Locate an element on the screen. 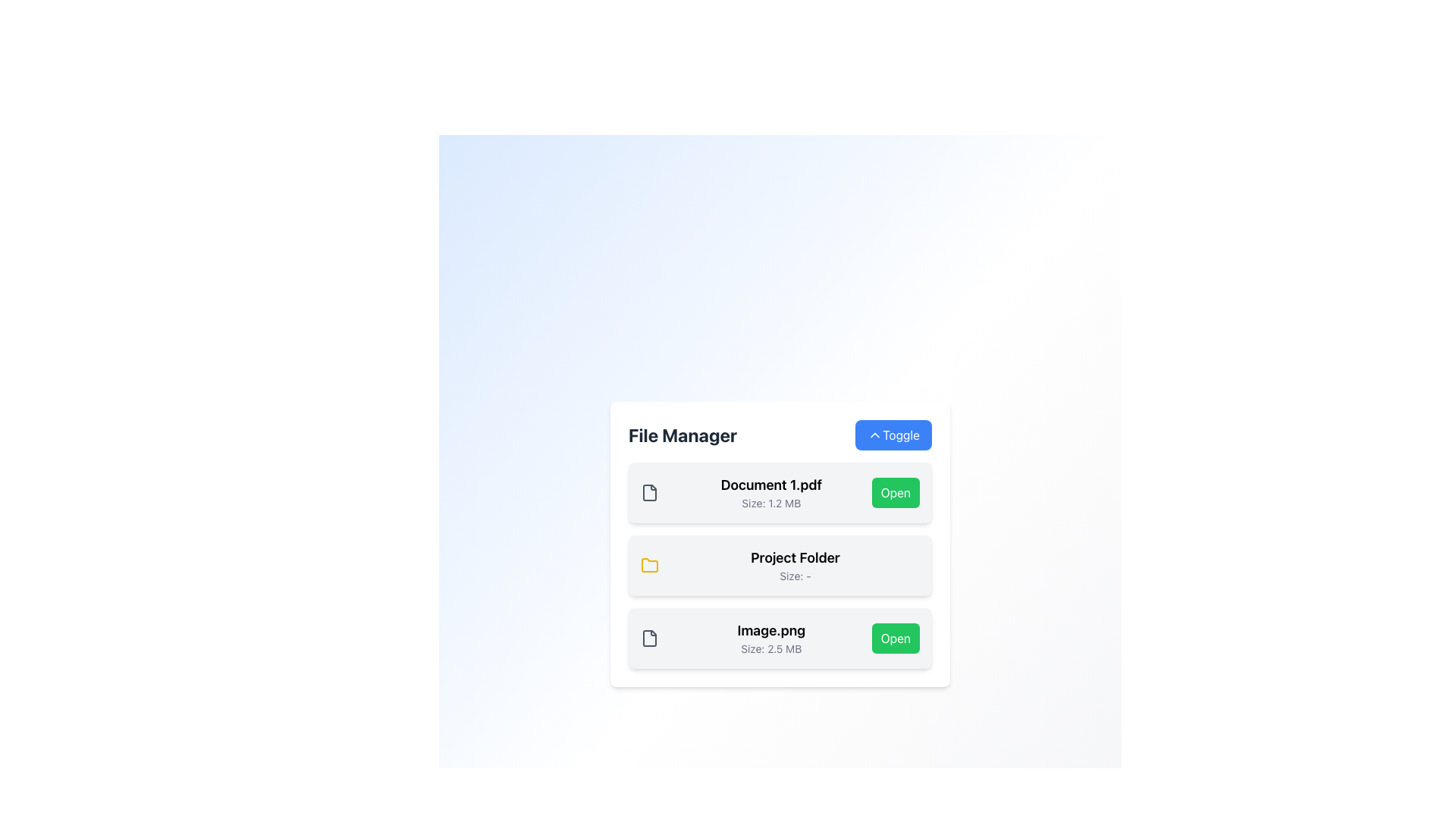  the upward-pointing chevron icon located on the right side of the blue 'Toggle' button is located at coordinates (875, 435).